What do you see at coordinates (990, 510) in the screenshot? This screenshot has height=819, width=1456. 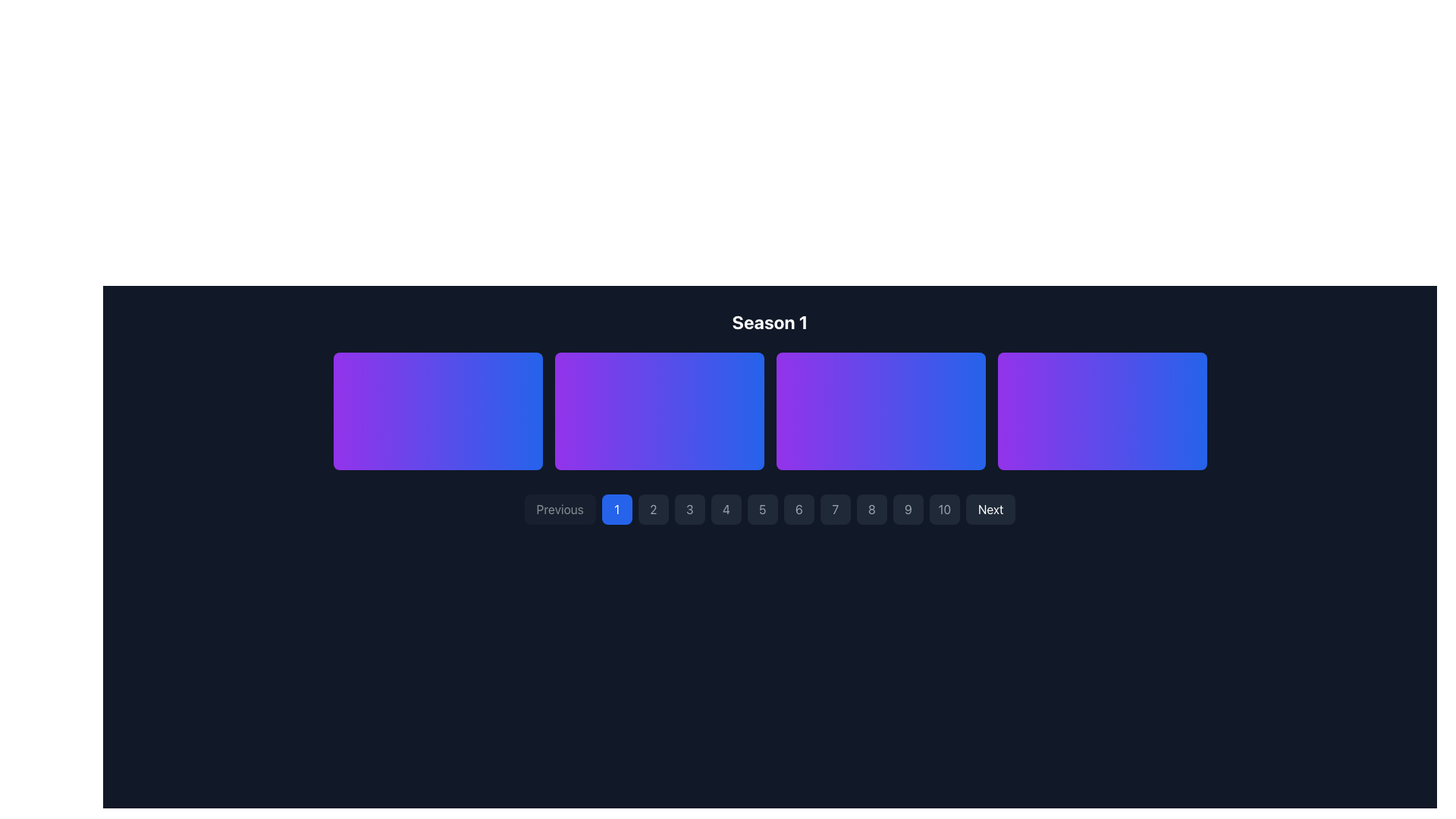 I see `the 'Next' button located in the horizontal navigation bar, which has a dark gray background and white text` at bounding box center [990, 510].